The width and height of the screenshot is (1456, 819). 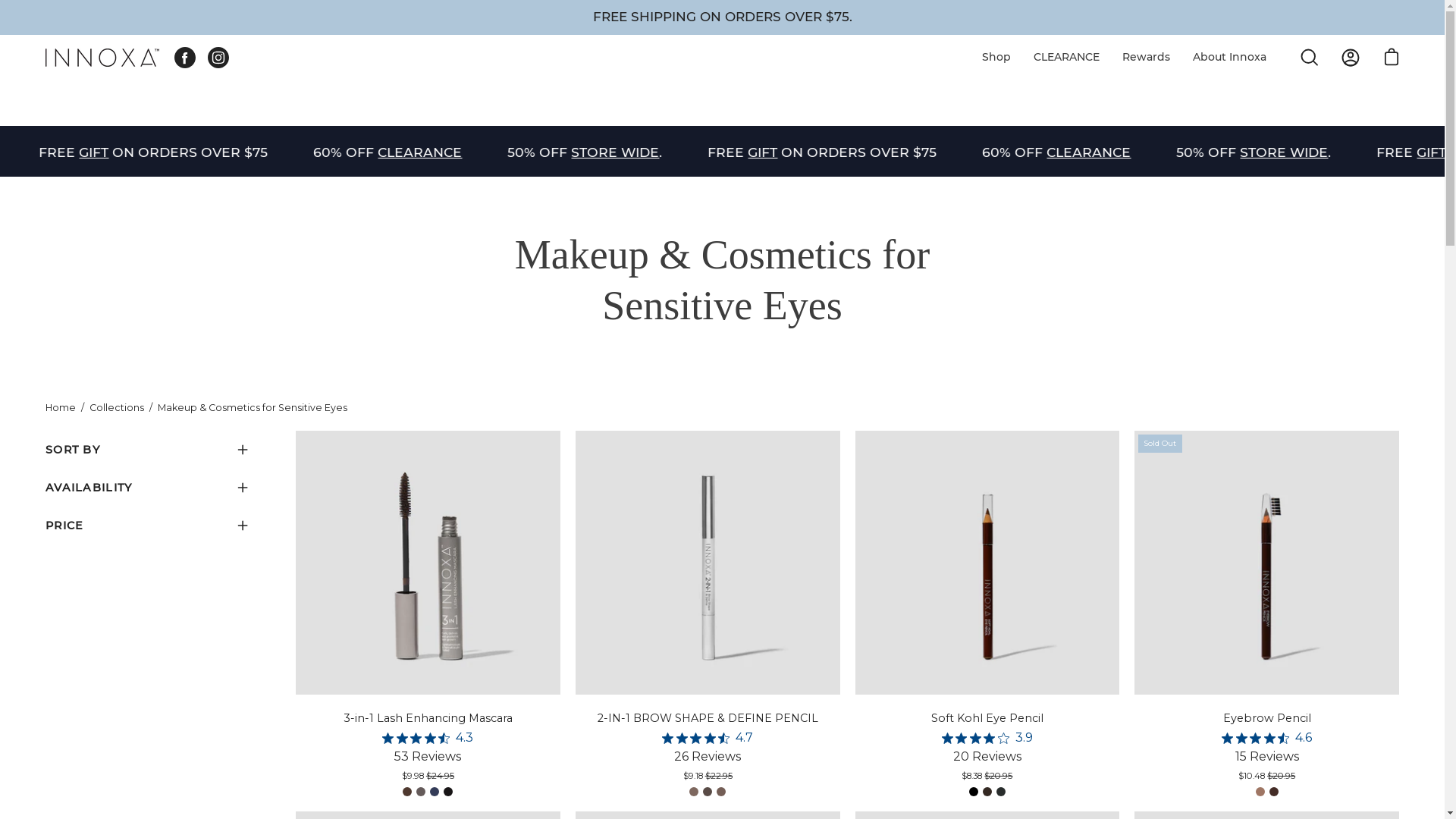 I want to click on 'PRICE', so click(x=148, y=525).